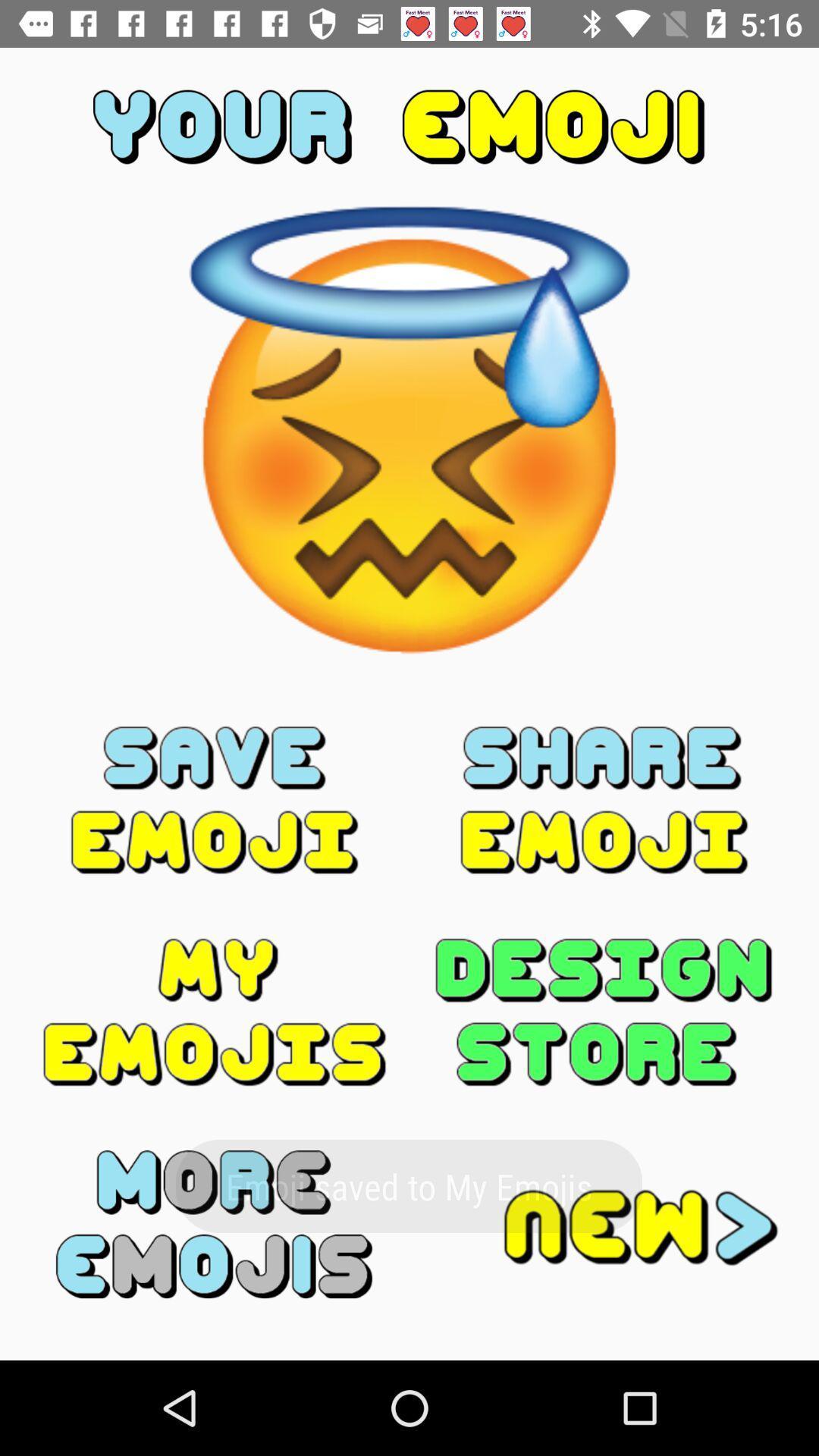  What do you see at coordinates (603, 1224) in the screenshot?
I see `new option` at bounding box center [603, 1224].